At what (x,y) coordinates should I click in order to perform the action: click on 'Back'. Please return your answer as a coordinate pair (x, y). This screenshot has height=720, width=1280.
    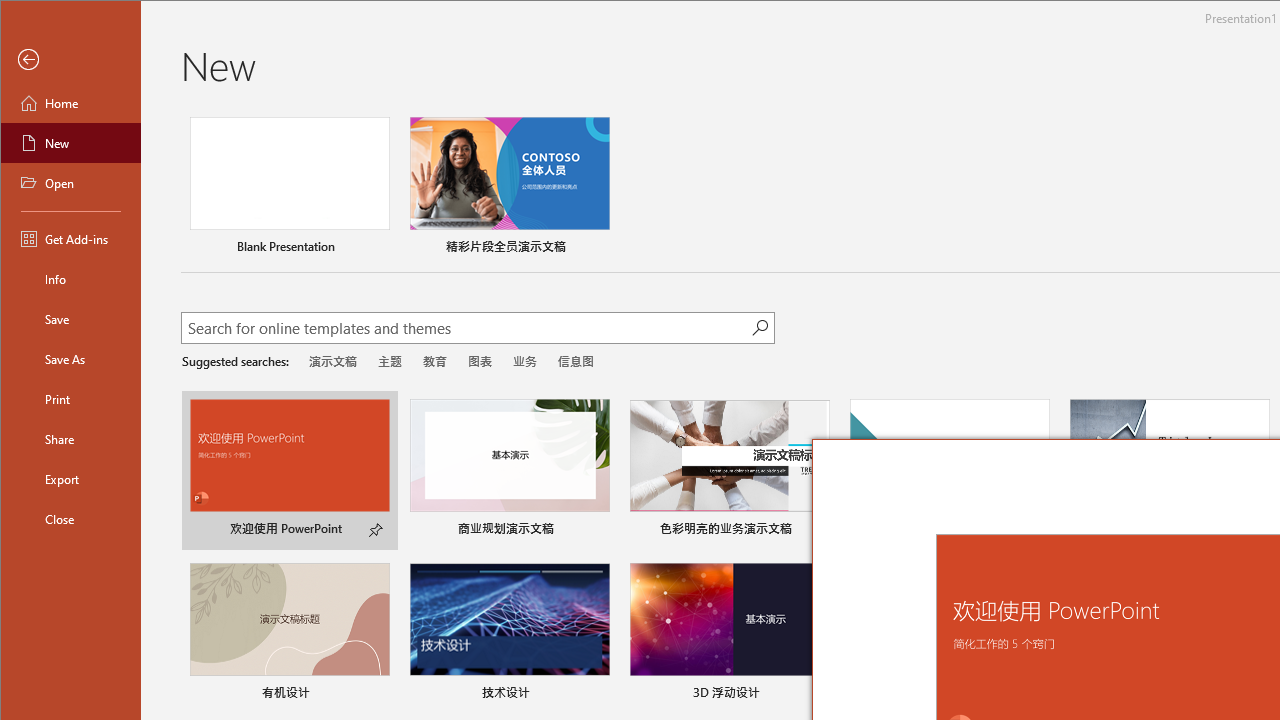
    Looking at the image, I should click on (71, 59).